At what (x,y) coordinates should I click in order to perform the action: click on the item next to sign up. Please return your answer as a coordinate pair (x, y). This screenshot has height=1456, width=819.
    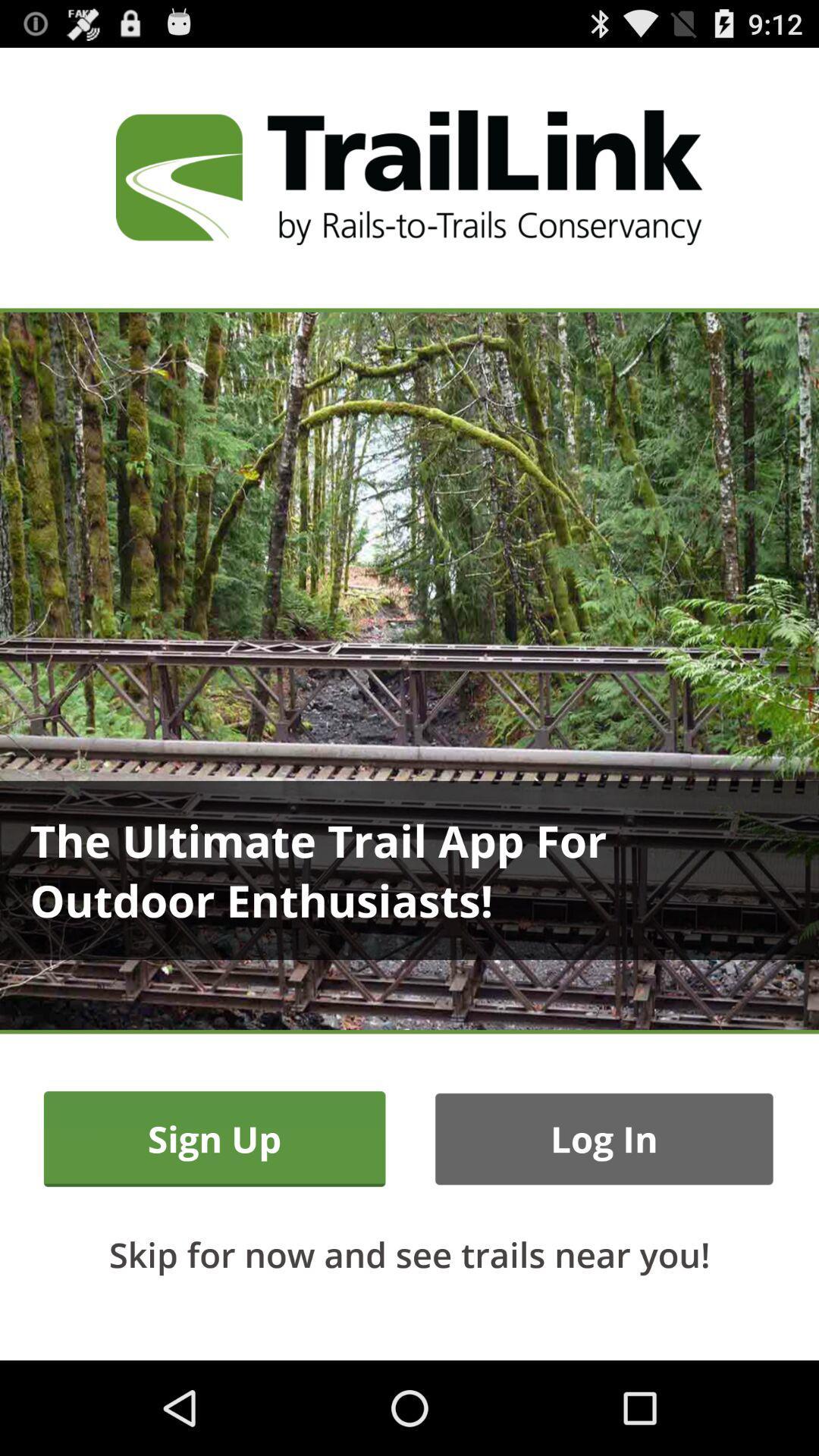
    Looking at the image, I should click on (603, 1139).